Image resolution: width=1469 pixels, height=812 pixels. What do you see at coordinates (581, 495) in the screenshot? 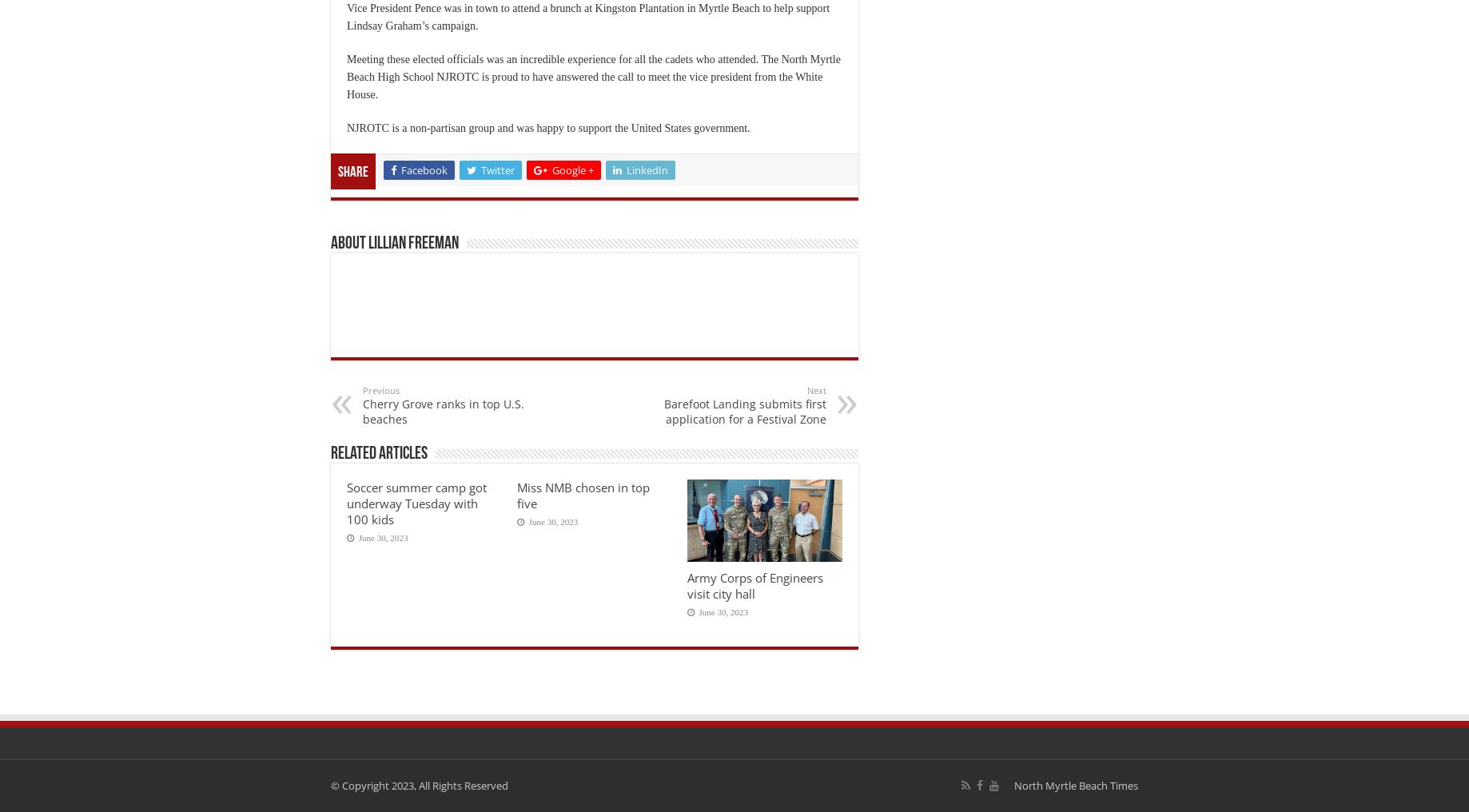
I see `'Miss NMB chosen in top five'` at bounding box center [581, 495].